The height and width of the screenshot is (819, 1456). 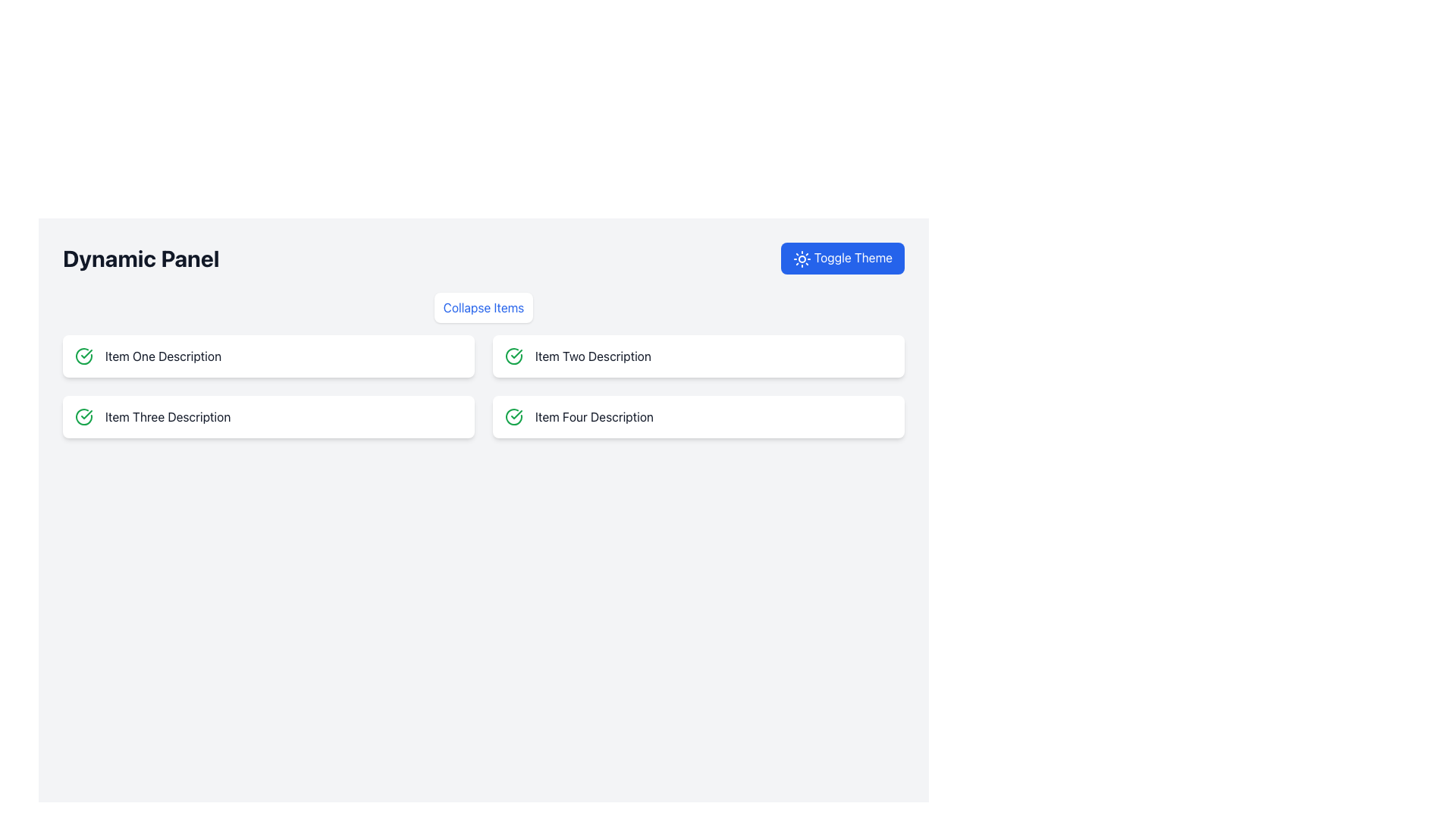 I want to click on the success status icon for 'Item Four Description', located in the bottom-right card of the grid layout, so click(x=513, y=416).